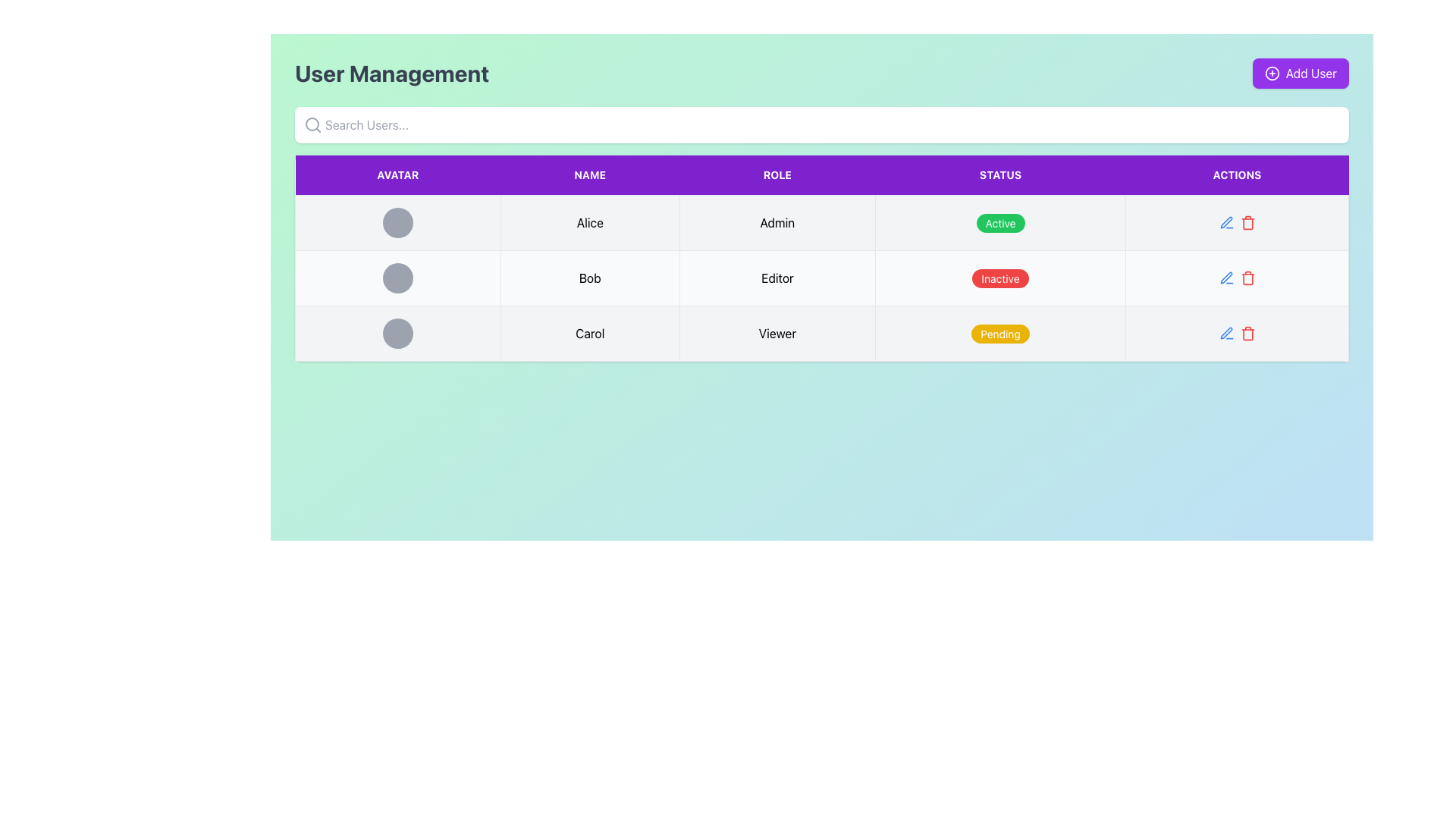 The width and height of the screenshot is (1456, 819). Describe the element at coordinates (397, 278) in the screenshot. I see `the circular gray button-like UI component in the second row under the 'Avatar' column, aligned with user 'Bob'` at that location.